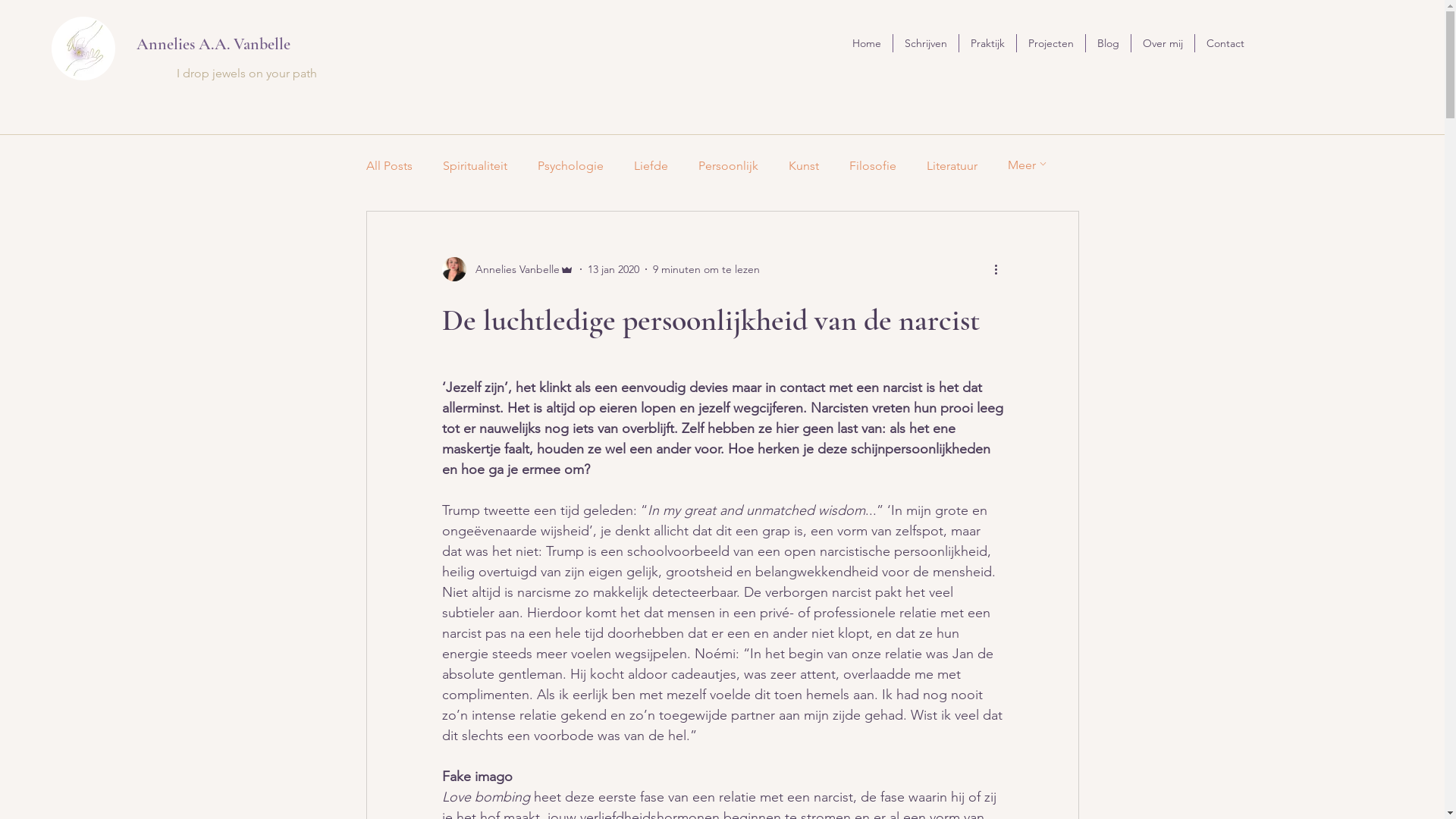 This screenshot has width=1456, height=819. I want to click on 'Contact', so click(1225, 42).